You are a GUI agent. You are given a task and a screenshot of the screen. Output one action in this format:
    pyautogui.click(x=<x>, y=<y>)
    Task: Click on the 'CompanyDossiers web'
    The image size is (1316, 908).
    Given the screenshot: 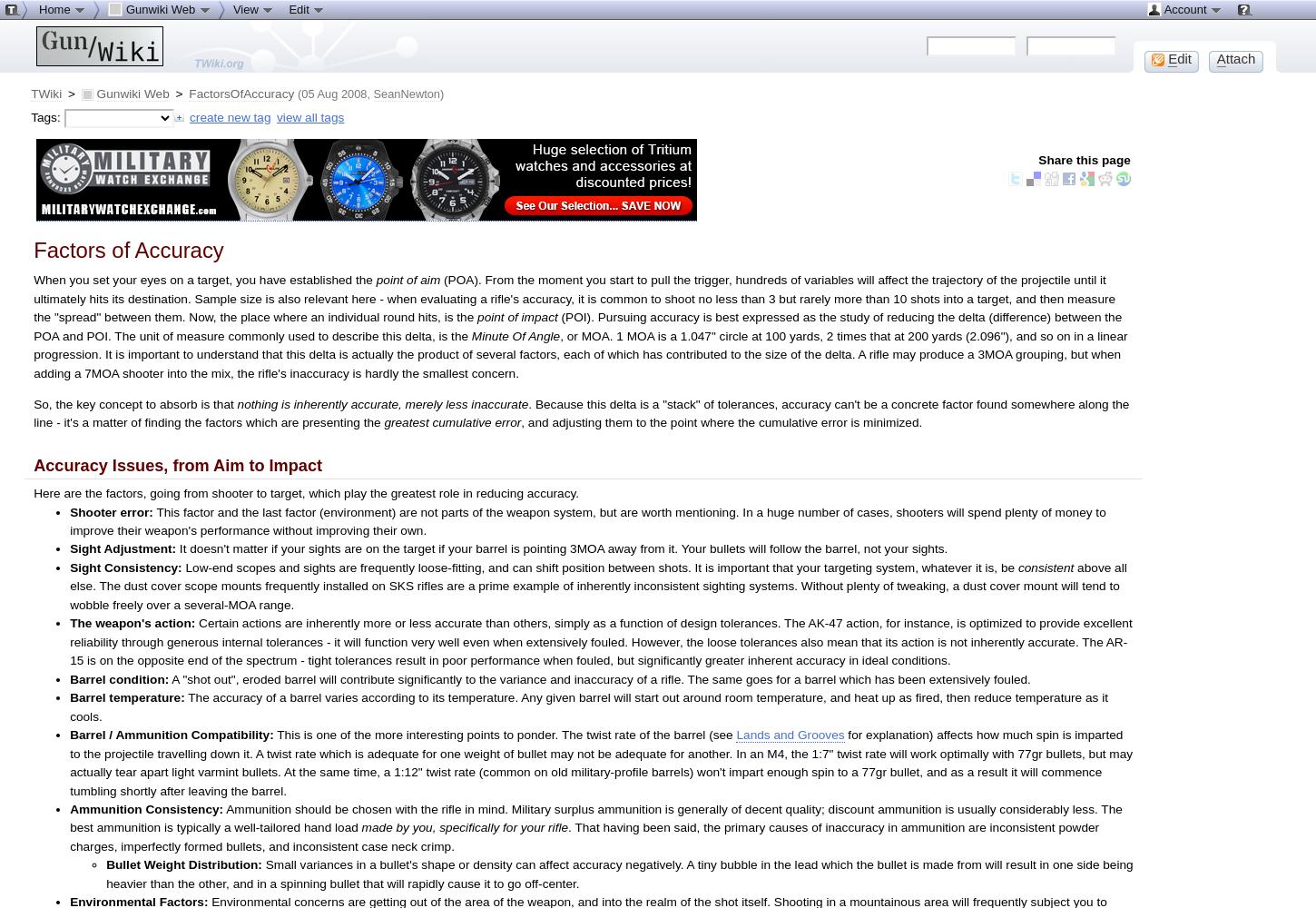 What is the action you would take?
    pyautogui.click(x=114, y=50)
    